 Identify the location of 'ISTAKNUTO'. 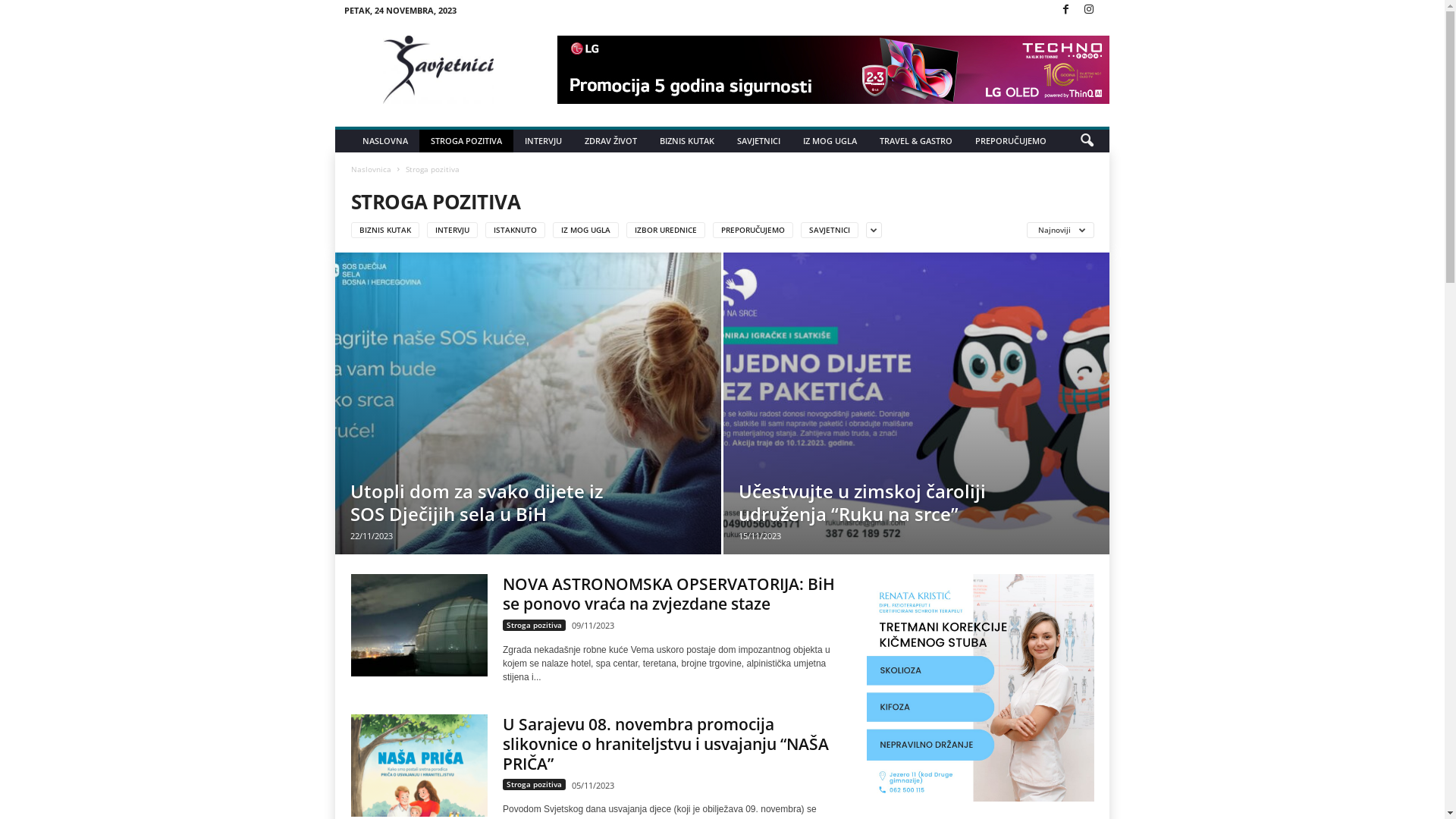
(515, 229).